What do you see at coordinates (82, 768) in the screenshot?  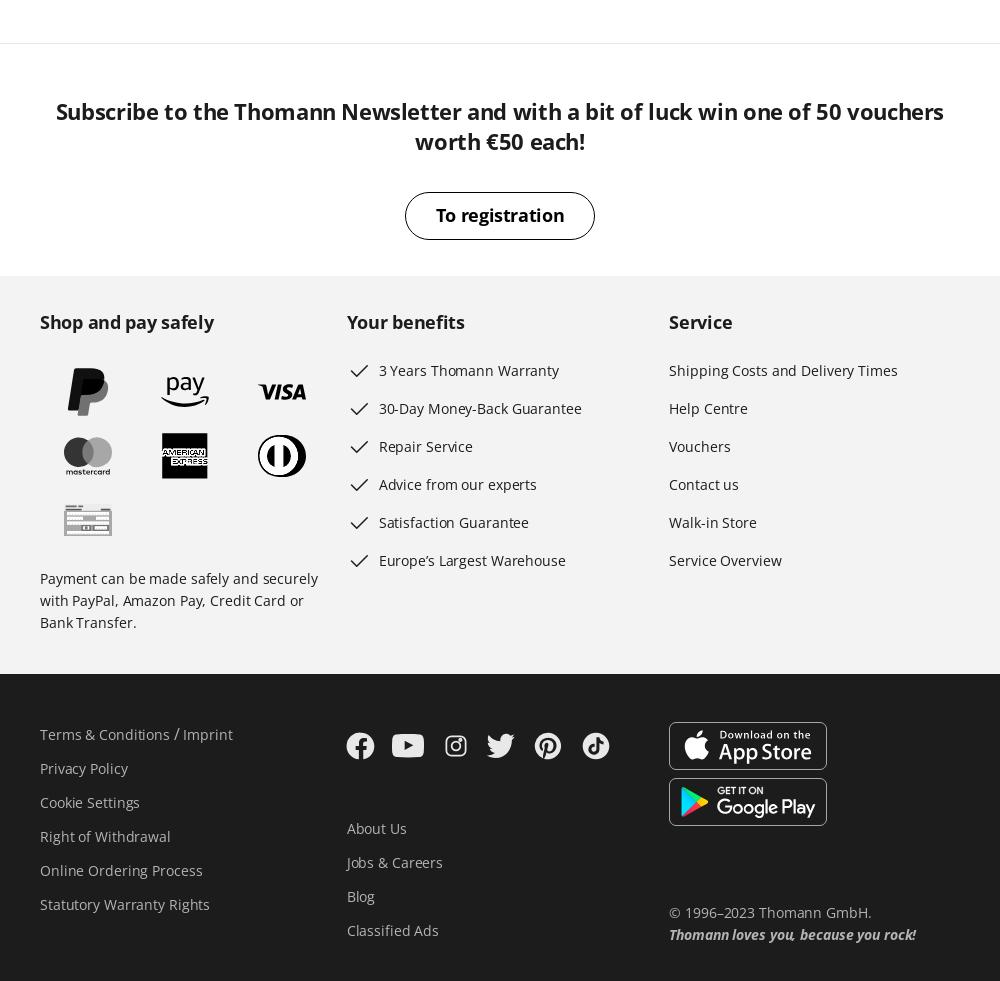 I see `'Privacy Policy'` at bounding box center [82, 768].